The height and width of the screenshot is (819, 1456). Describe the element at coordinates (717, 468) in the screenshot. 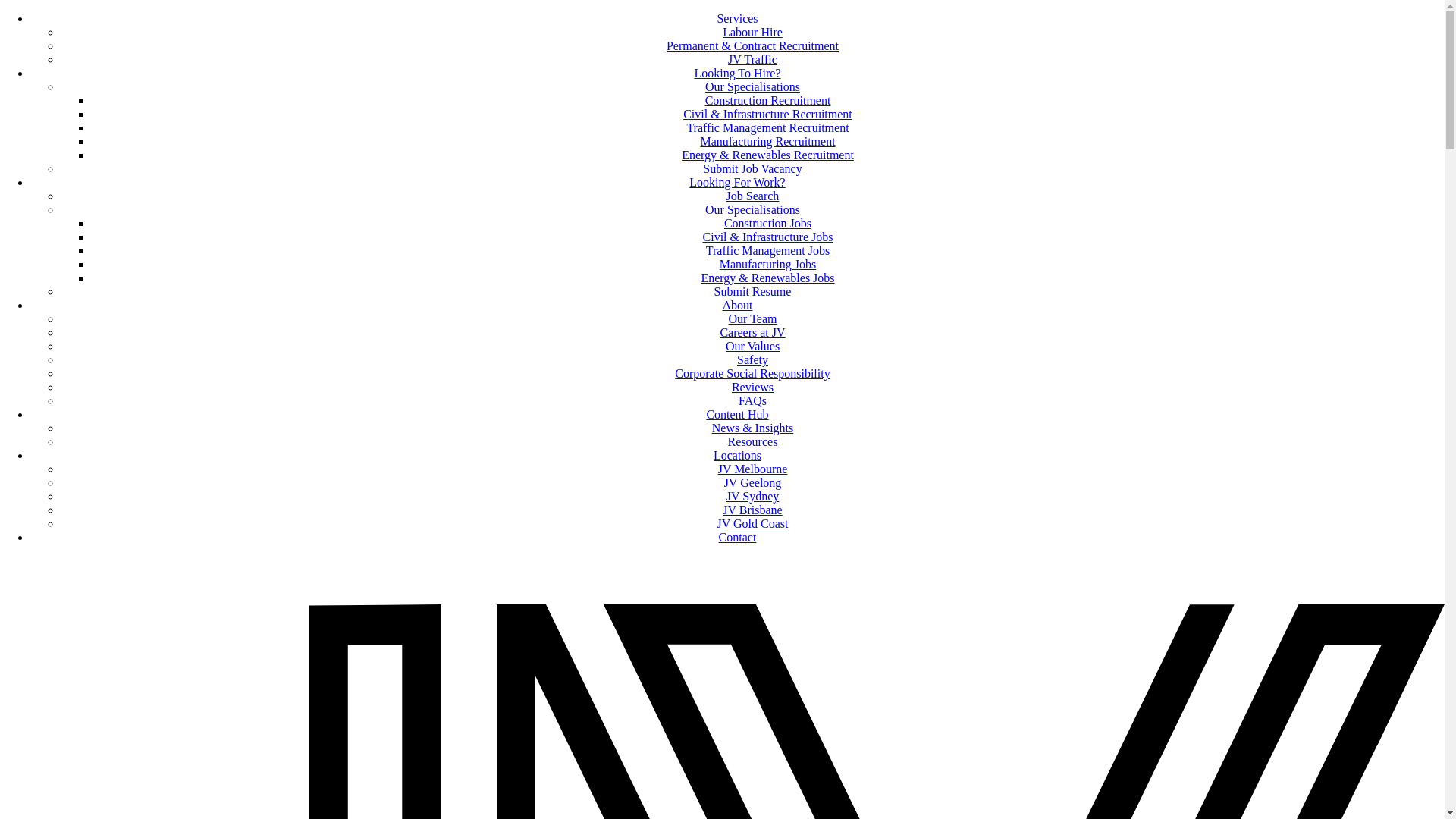

I see `'JV Melbourne'` at that location.